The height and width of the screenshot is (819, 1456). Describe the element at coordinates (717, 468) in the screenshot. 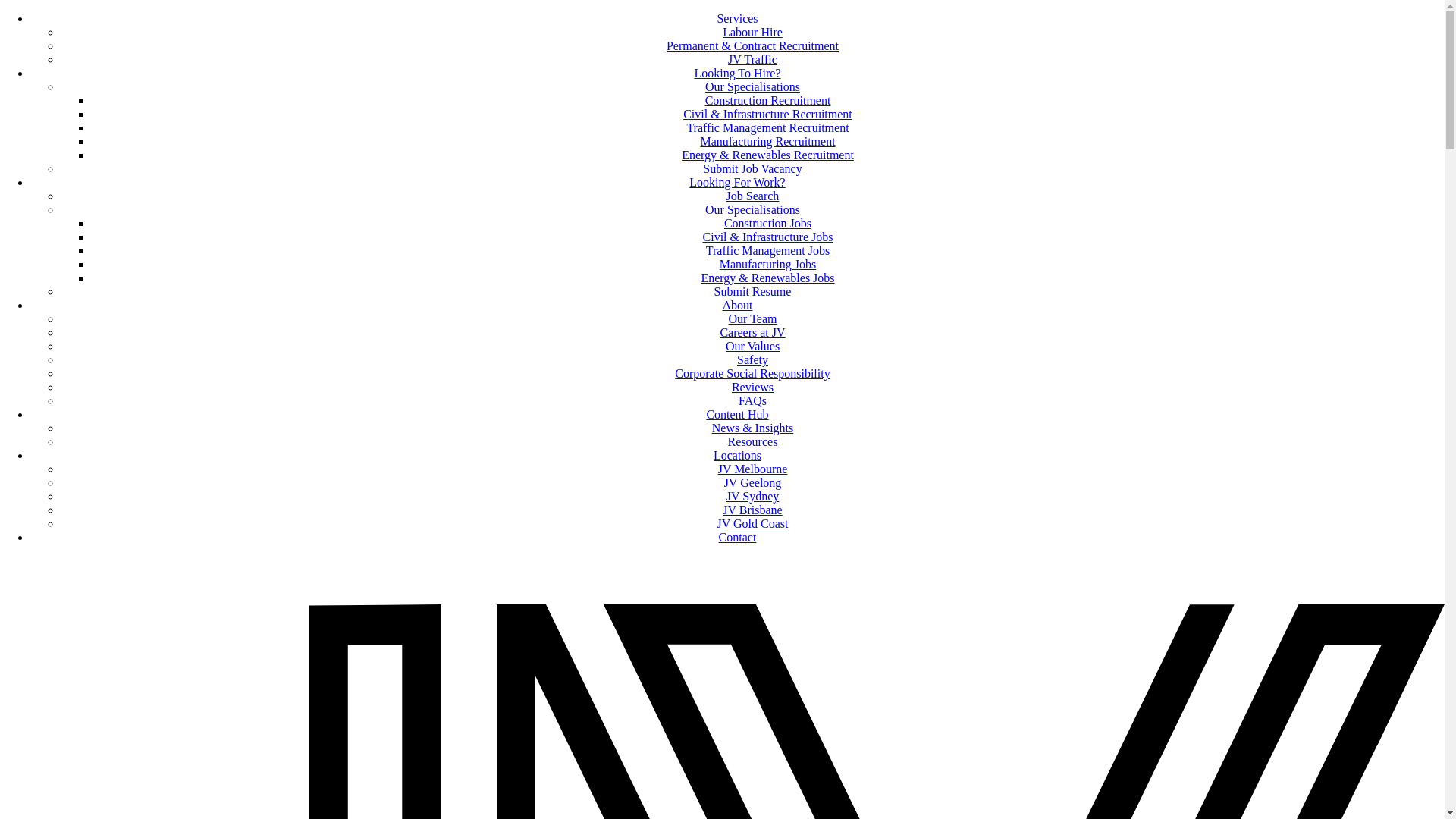

I see `'JV Melbourne'` at that location.